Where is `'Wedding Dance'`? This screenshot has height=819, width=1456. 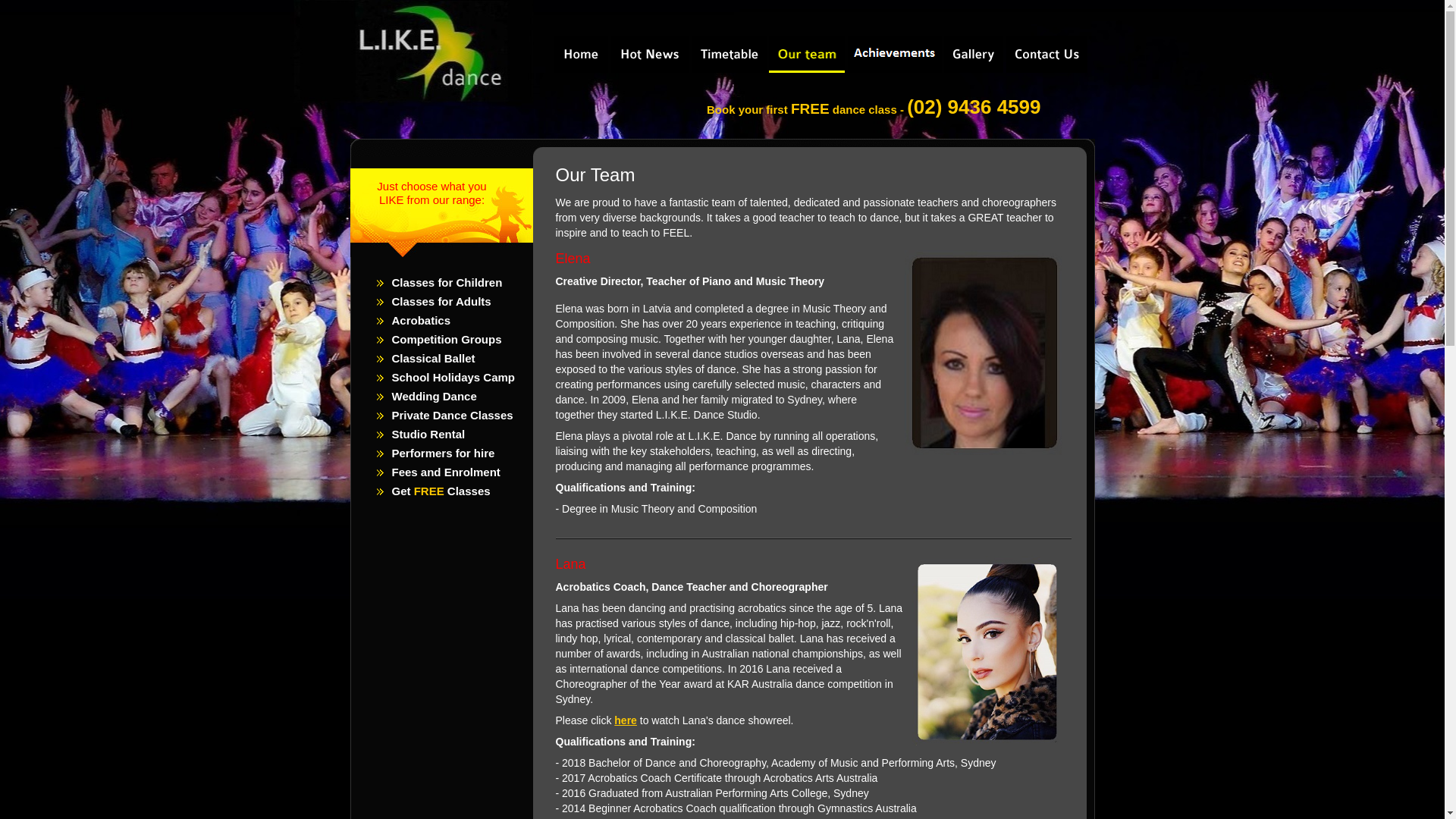
'Wedding Dance' is located at coordinates (432, 395).